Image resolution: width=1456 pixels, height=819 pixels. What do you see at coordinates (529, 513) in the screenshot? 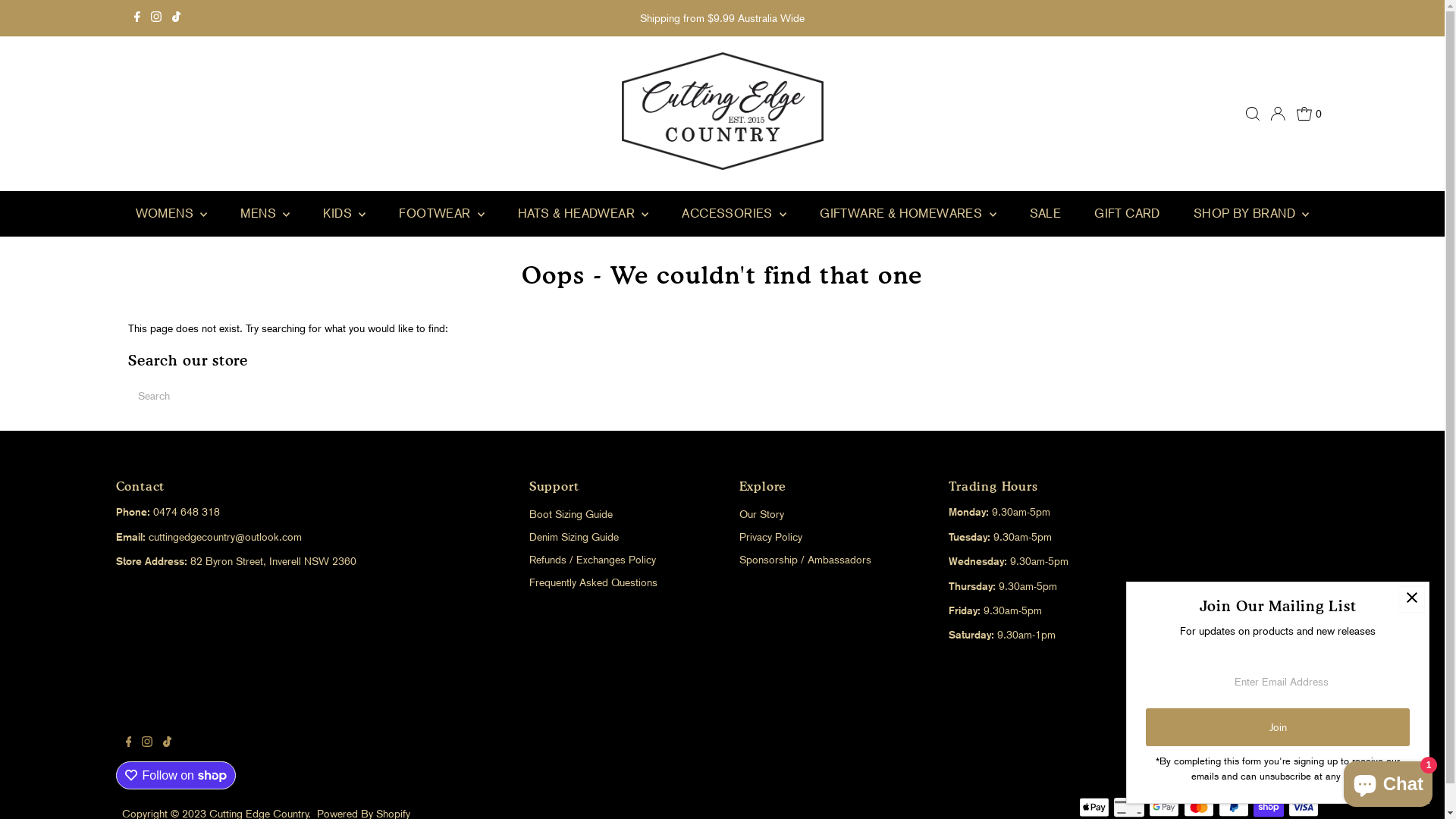
I see `'Boot Sizing Guide'` at bounding box center [529, 513].